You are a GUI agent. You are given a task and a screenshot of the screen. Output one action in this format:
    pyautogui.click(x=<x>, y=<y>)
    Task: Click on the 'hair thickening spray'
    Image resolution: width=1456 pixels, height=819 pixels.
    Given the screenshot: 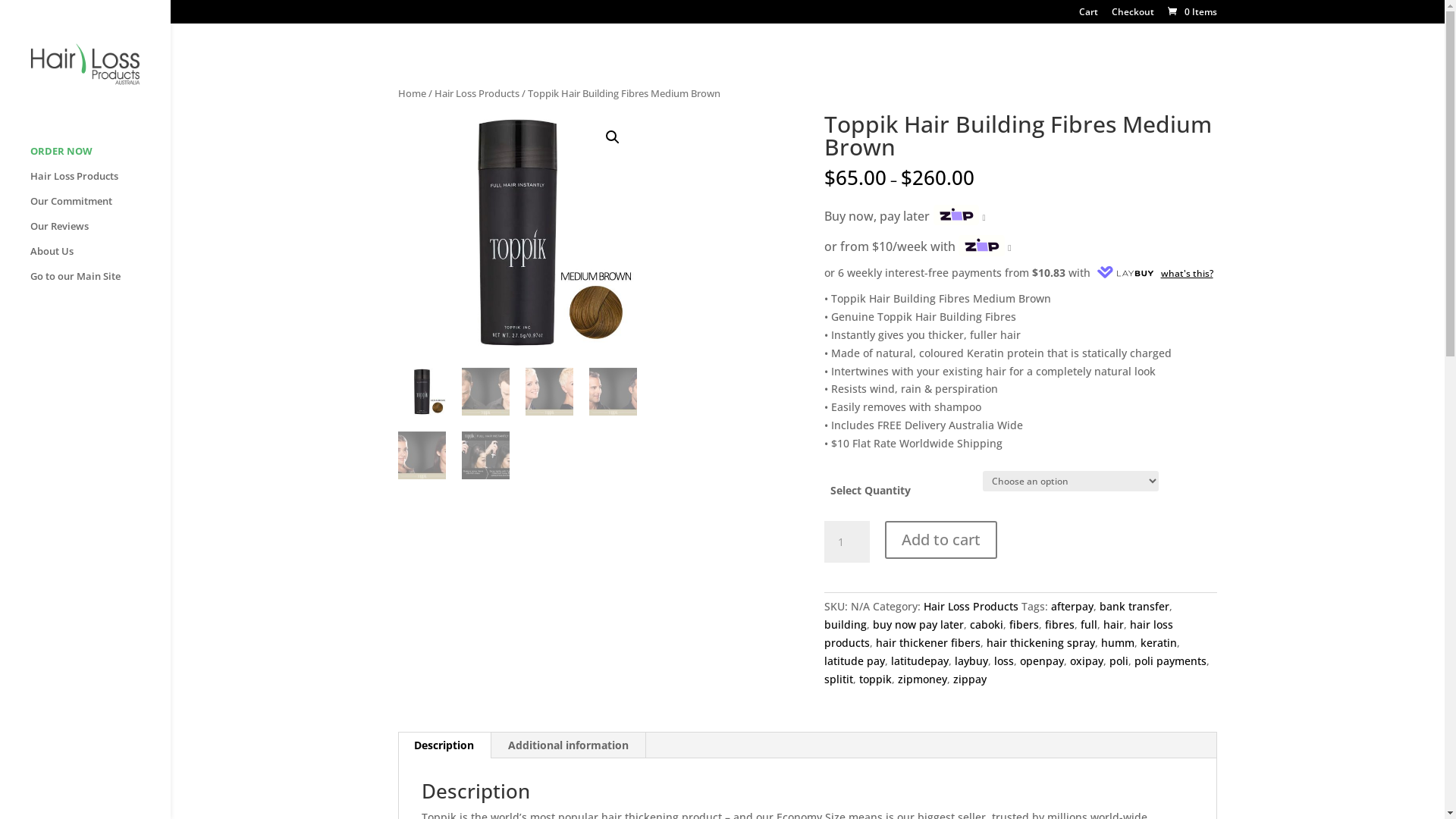 What is the action you would take?
    pyautogui.click(x=1040, y=642)
    